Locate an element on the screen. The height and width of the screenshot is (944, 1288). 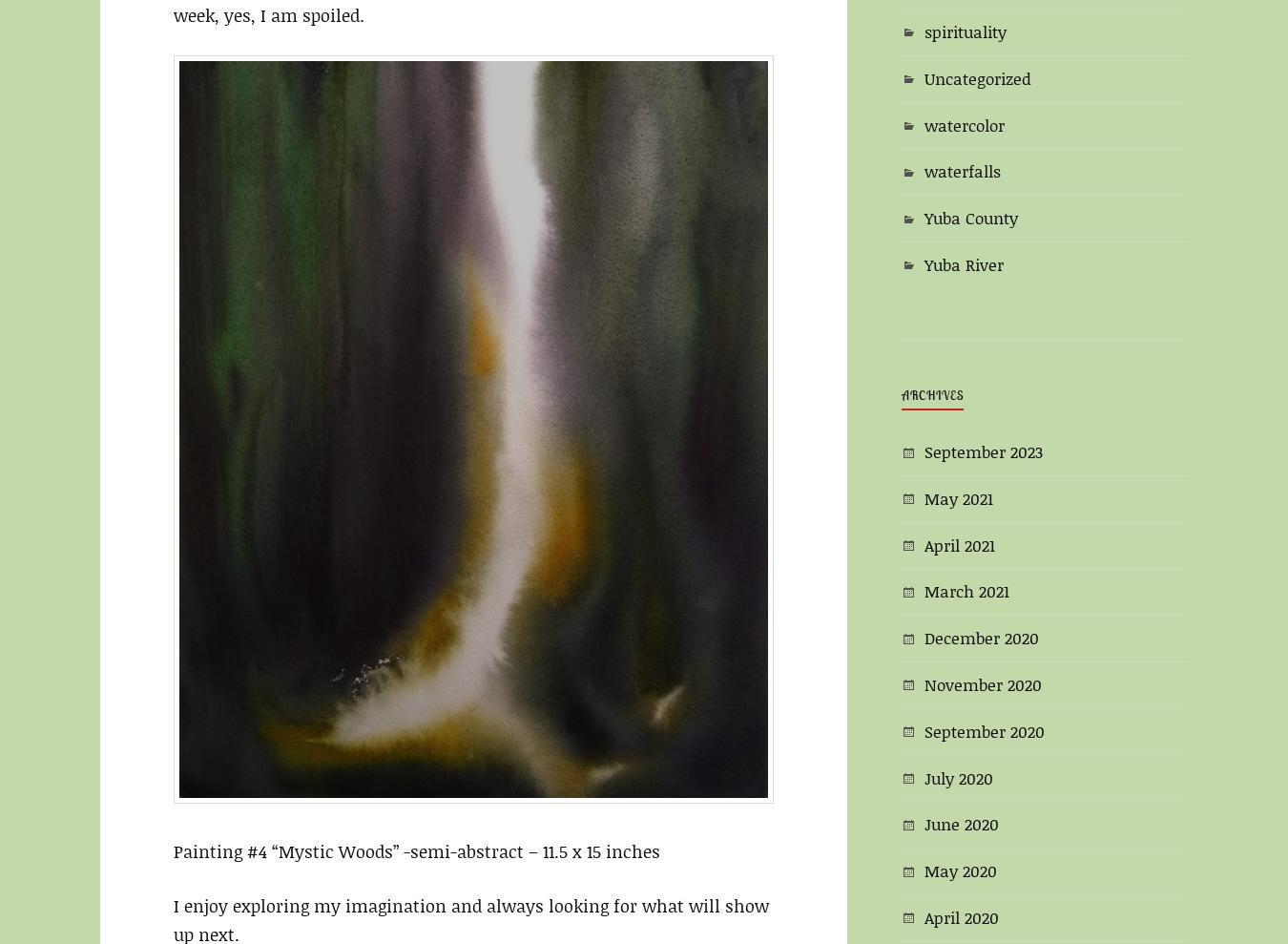
'spirituality' is located at coordinates (964, 30).